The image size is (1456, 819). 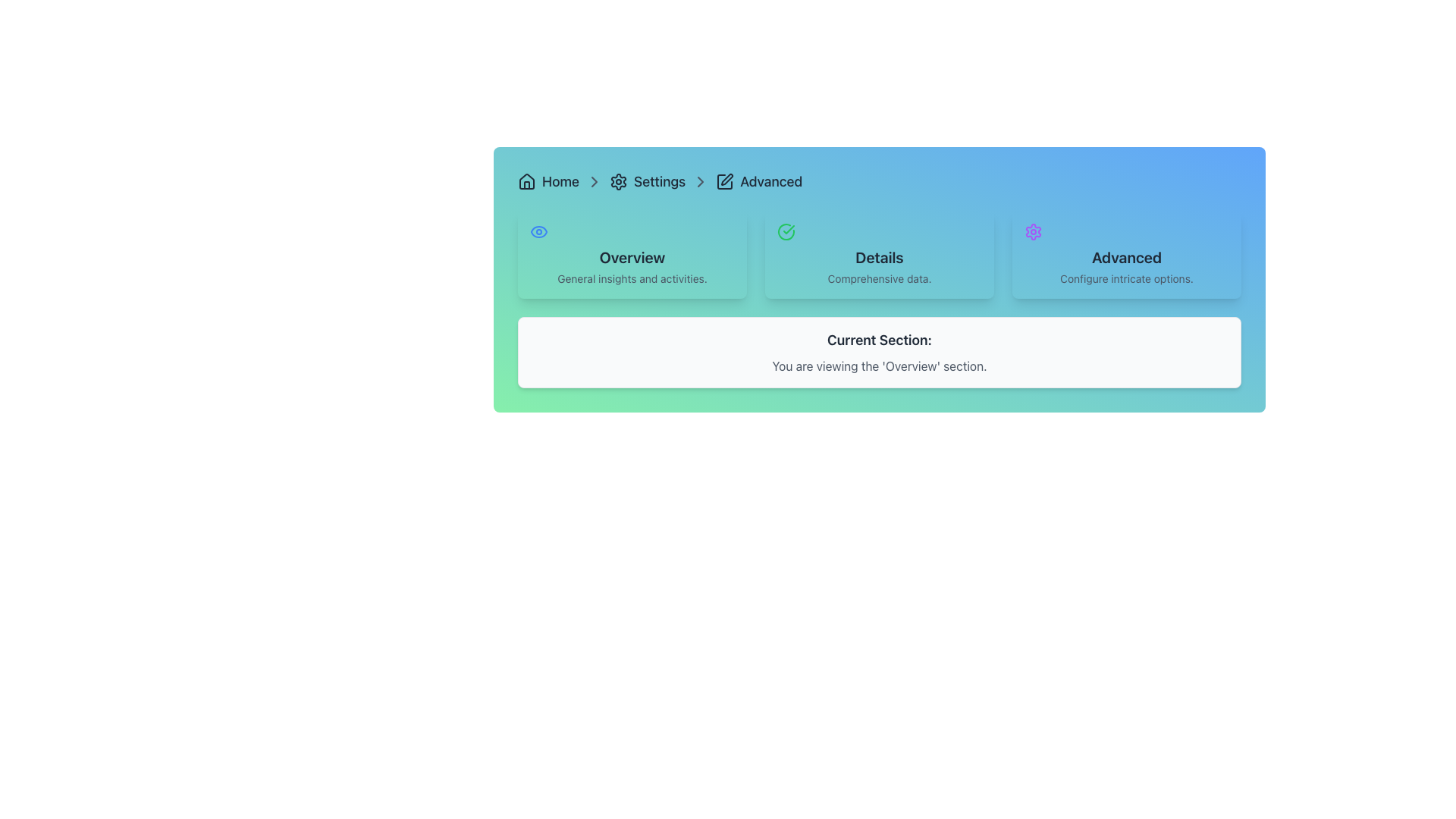 I want to click on information from the 'Details' section block, which is the second item in a horizontal grid layout between 'Overview' and 'Advanced', so click(x=880, y=253).